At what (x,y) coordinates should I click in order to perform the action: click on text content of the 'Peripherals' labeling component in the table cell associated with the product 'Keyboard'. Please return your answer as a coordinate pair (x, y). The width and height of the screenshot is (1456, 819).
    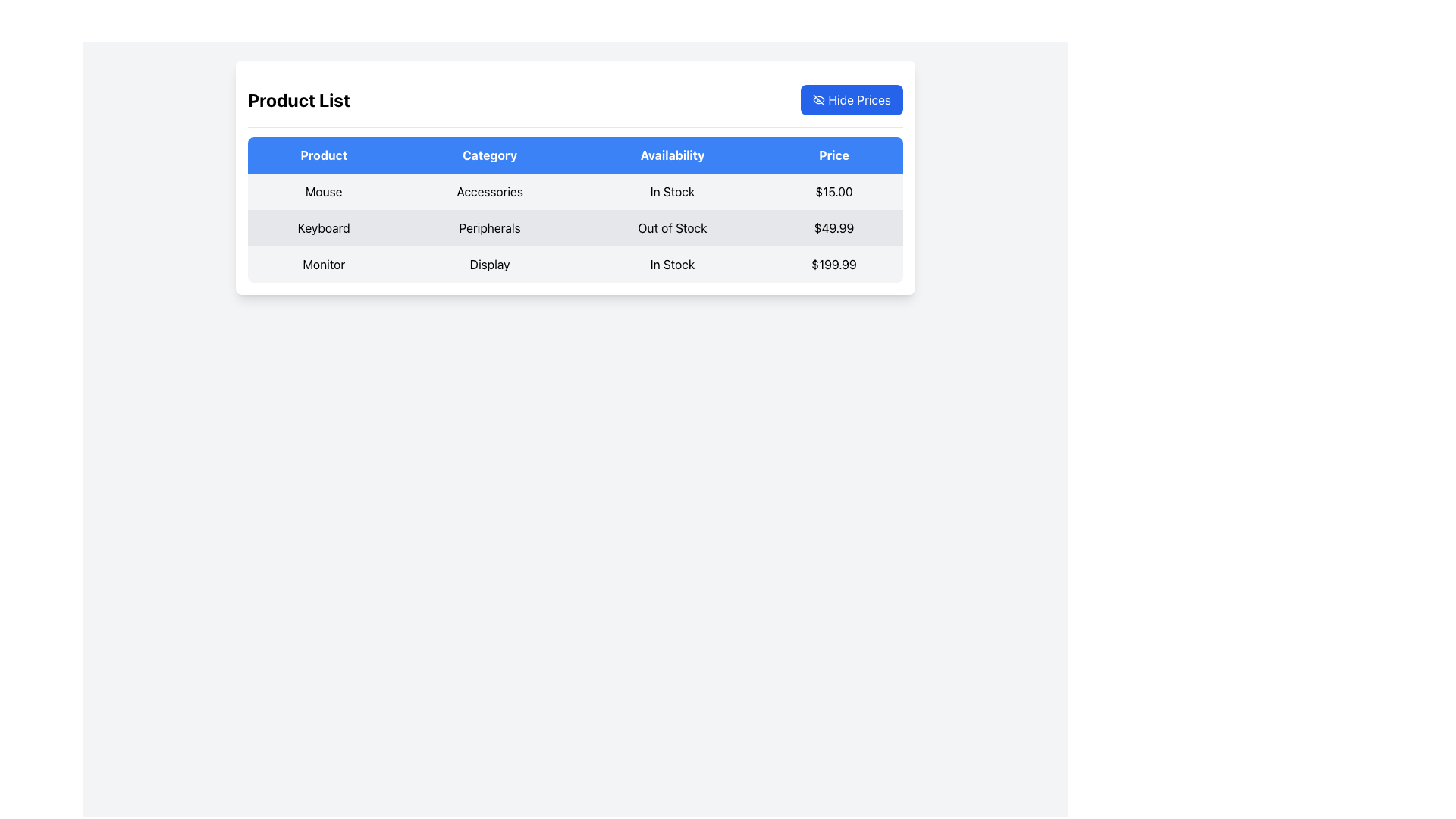
    Looking at the image, I should click on (490, 227).